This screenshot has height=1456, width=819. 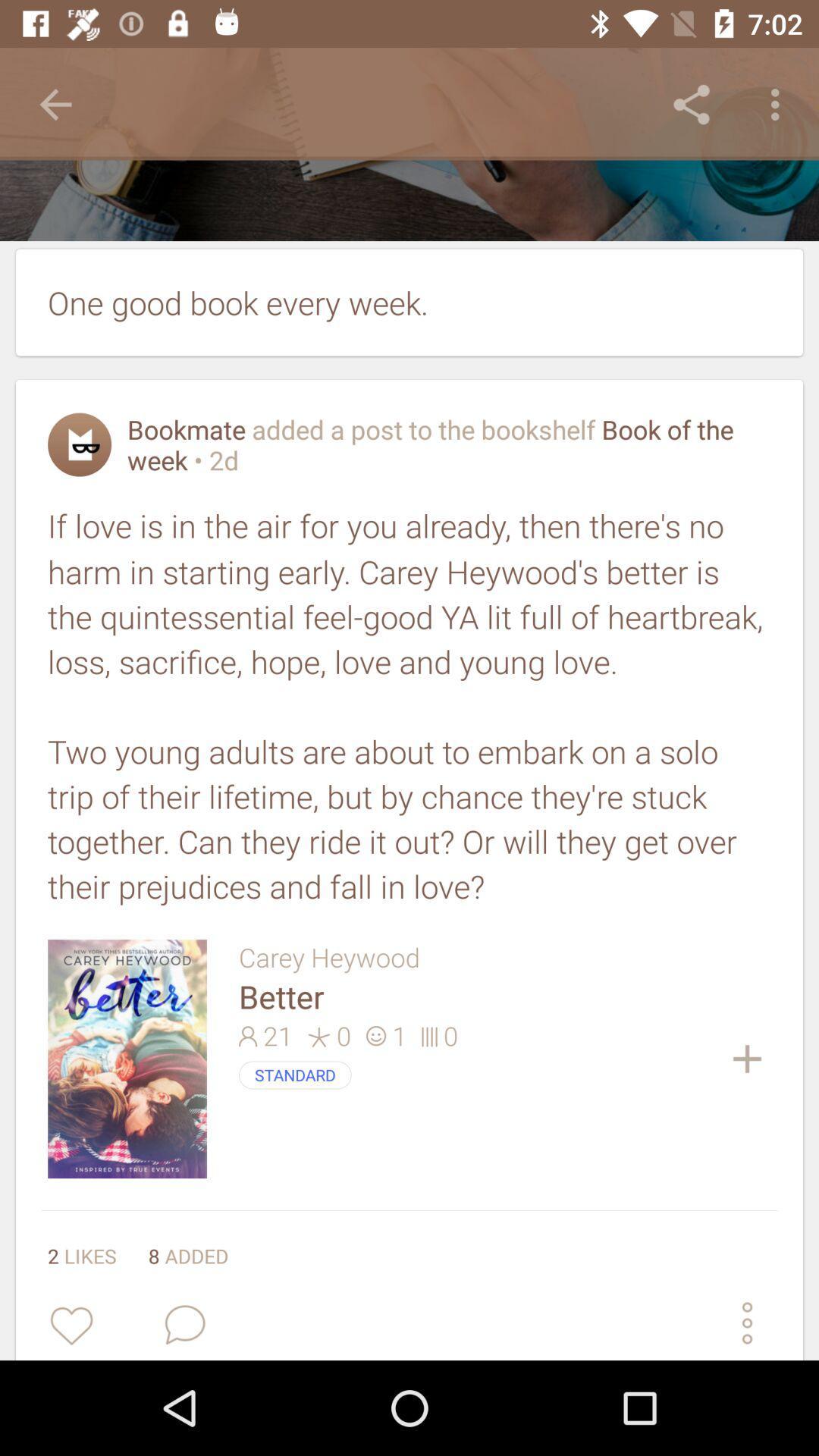 I want to click on the share button, so click(x=691, y=104).